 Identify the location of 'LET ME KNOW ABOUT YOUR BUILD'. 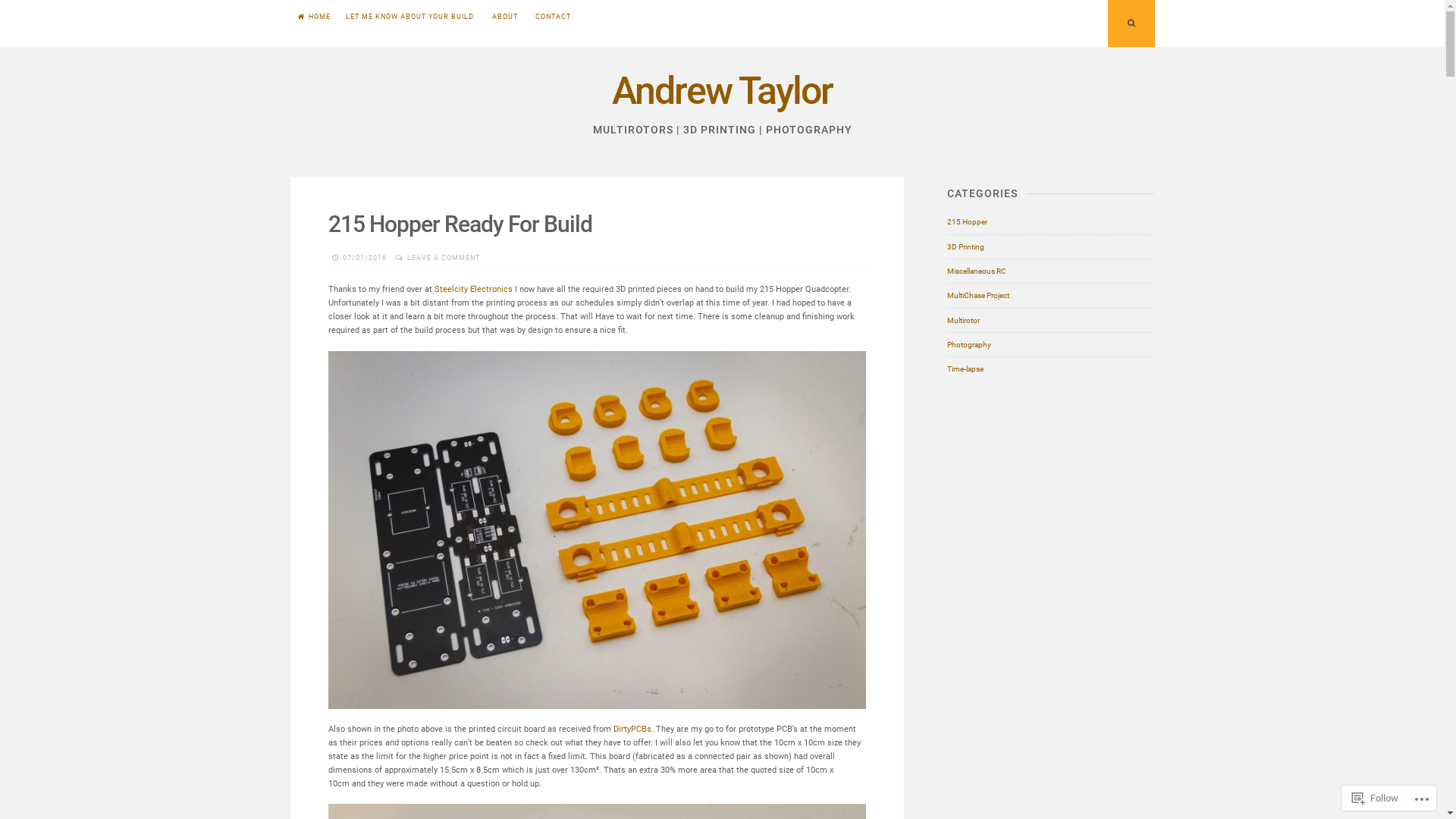
(337, 17).